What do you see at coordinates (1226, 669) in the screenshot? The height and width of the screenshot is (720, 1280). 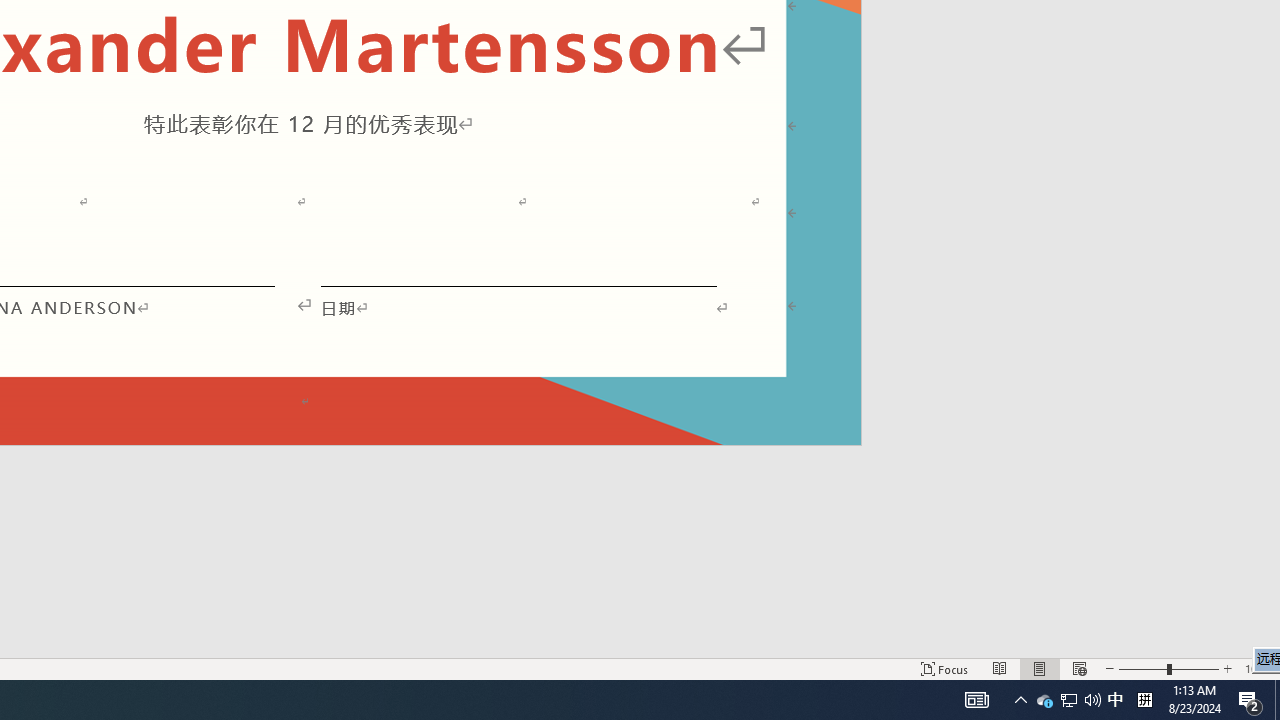 I see `'Zoom In'` at bounding box center [1226, 669].